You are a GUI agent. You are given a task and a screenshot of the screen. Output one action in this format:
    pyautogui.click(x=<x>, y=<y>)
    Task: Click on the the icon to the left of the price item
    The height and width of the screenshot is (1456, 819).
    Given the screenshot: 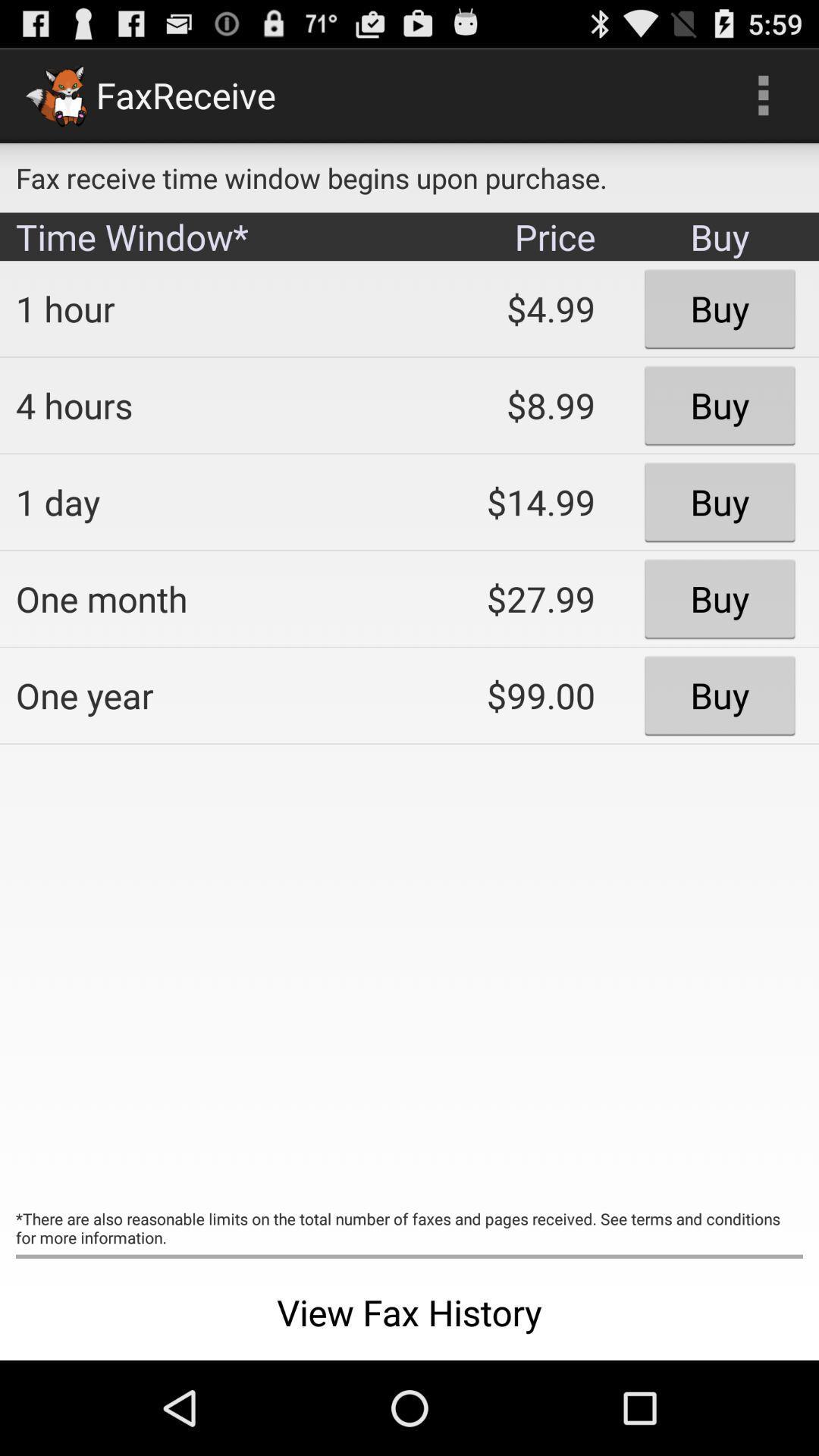 What is the action you would take?
    pyautogui.click(x=201, y=308)
    